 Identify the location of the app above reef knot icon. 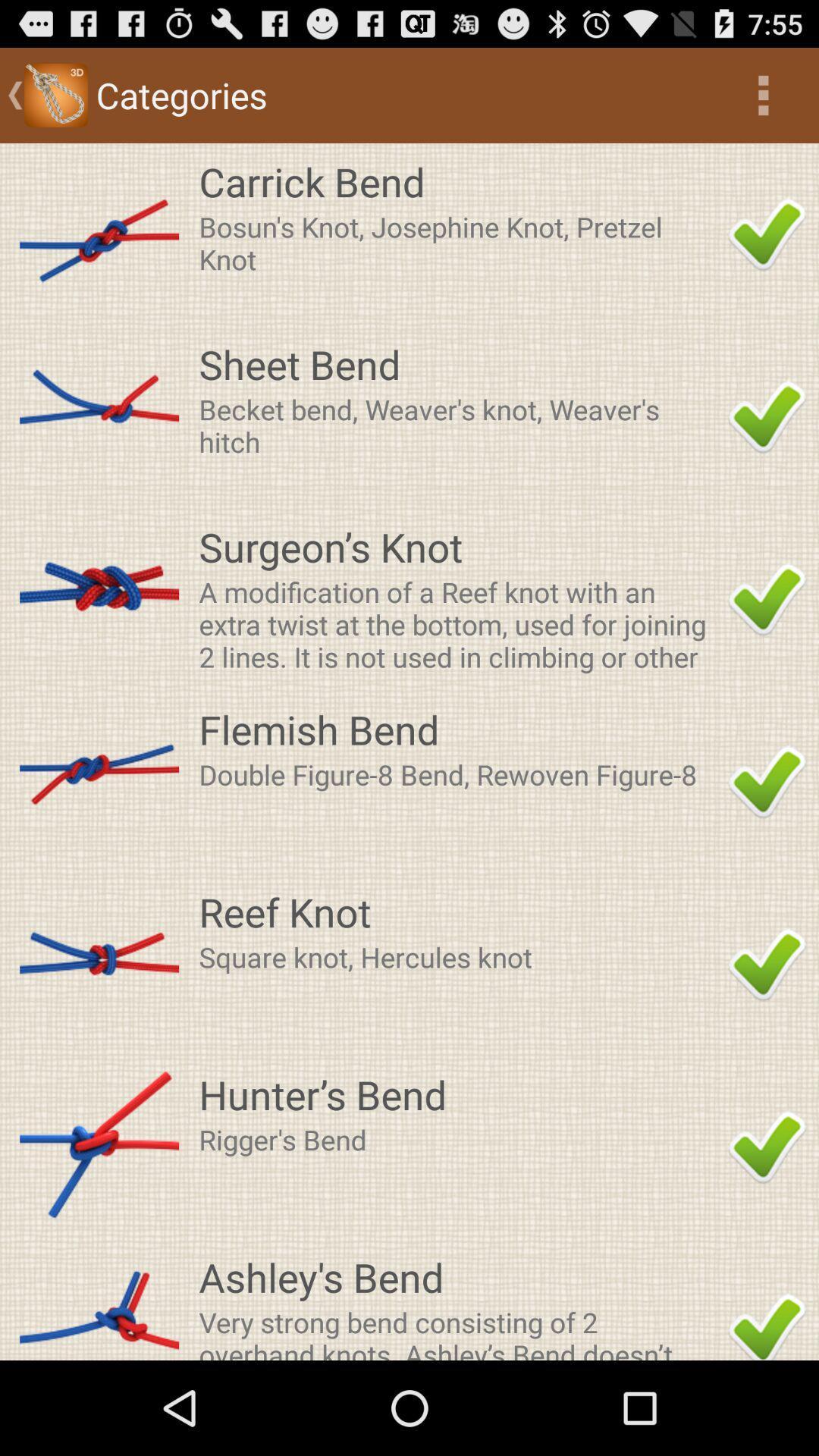
(458, 774).